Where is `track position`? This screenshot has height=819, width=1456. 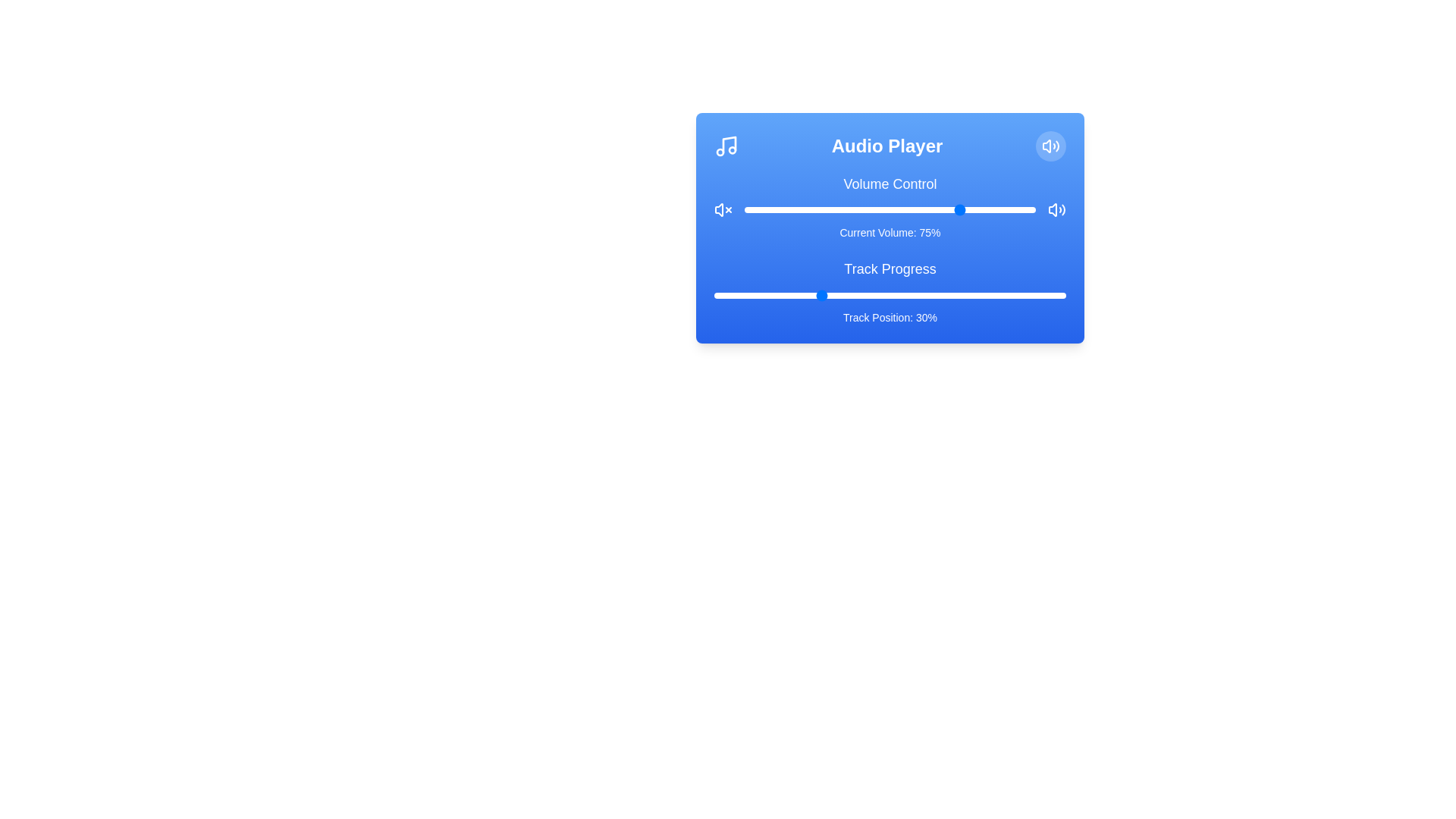 track position is located at coordinates (830, 295).